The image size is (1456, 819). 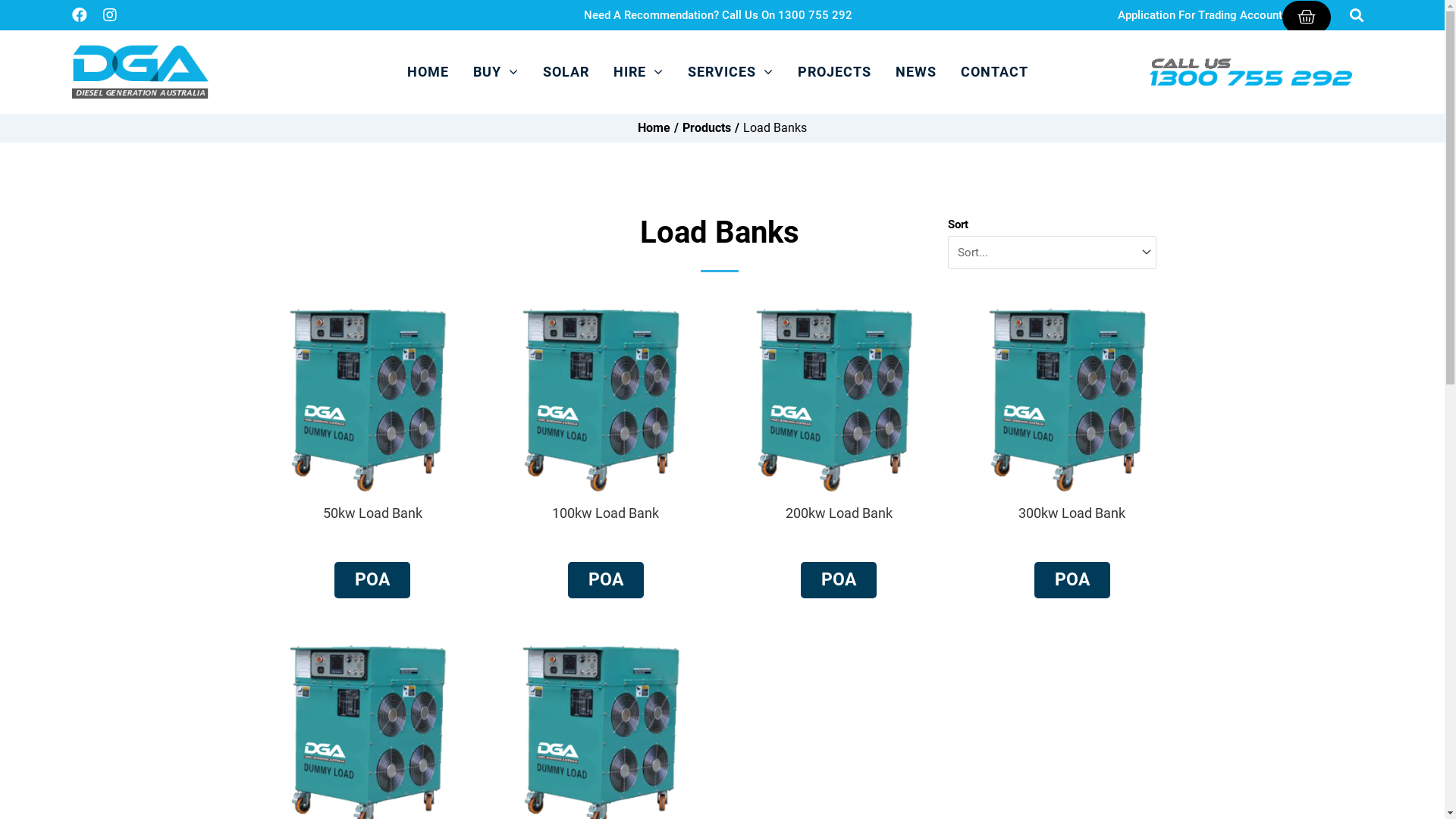 What do you see at coordinates (1306, 17) in the screenshot?
I see `'Cart'` at bounding box center [1306, 17].